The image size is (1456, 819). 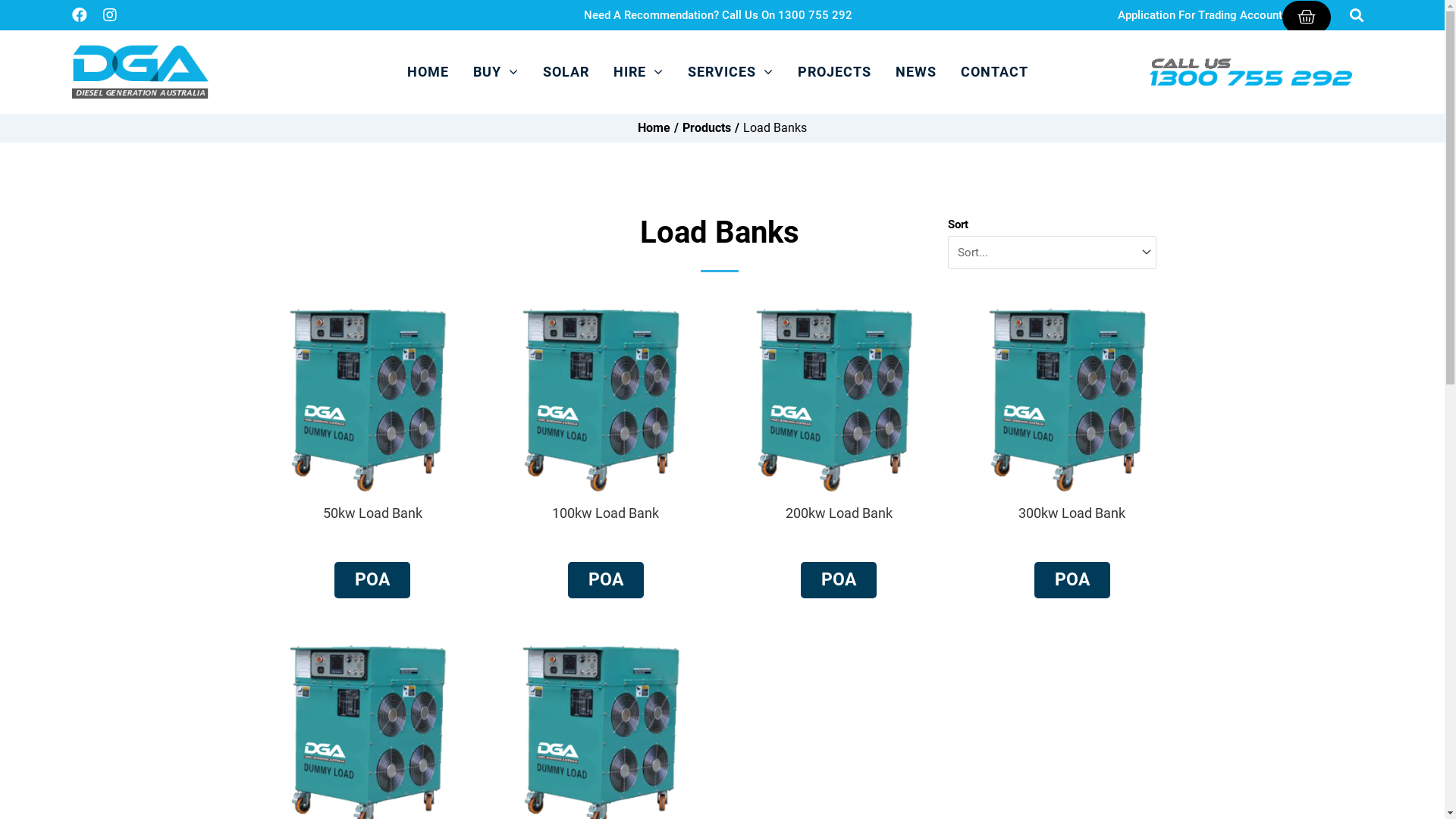 What do you see at coordinates (1306, 17) in the screenshot?
I see `'Cart'` at bounding box center [1306, 17].